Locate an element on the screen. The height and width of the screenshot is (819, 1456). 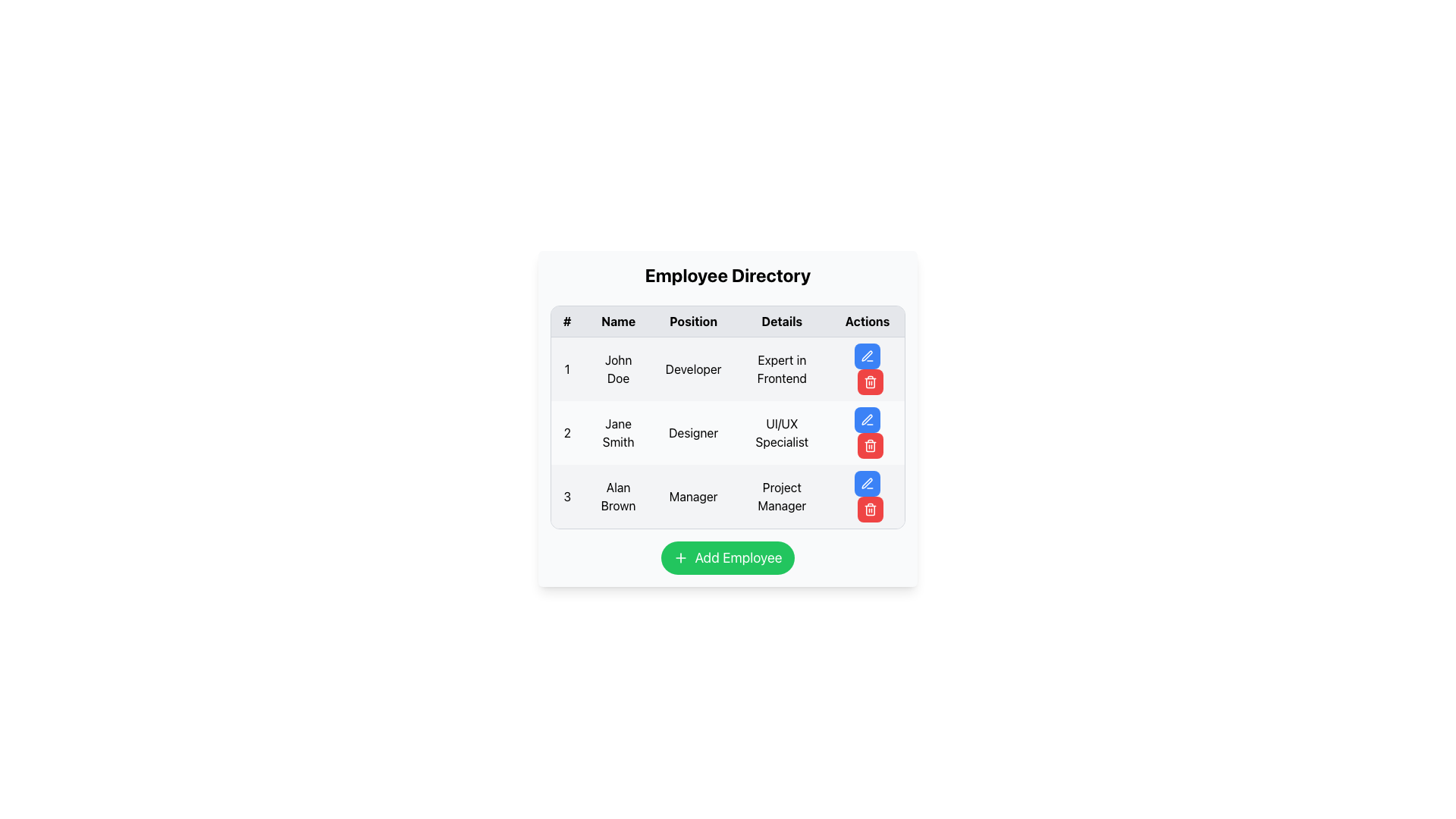
the button used to add a new employee entry in the 'Employee Directory' card layout for visual feedback is located at coordinates (728, 558).